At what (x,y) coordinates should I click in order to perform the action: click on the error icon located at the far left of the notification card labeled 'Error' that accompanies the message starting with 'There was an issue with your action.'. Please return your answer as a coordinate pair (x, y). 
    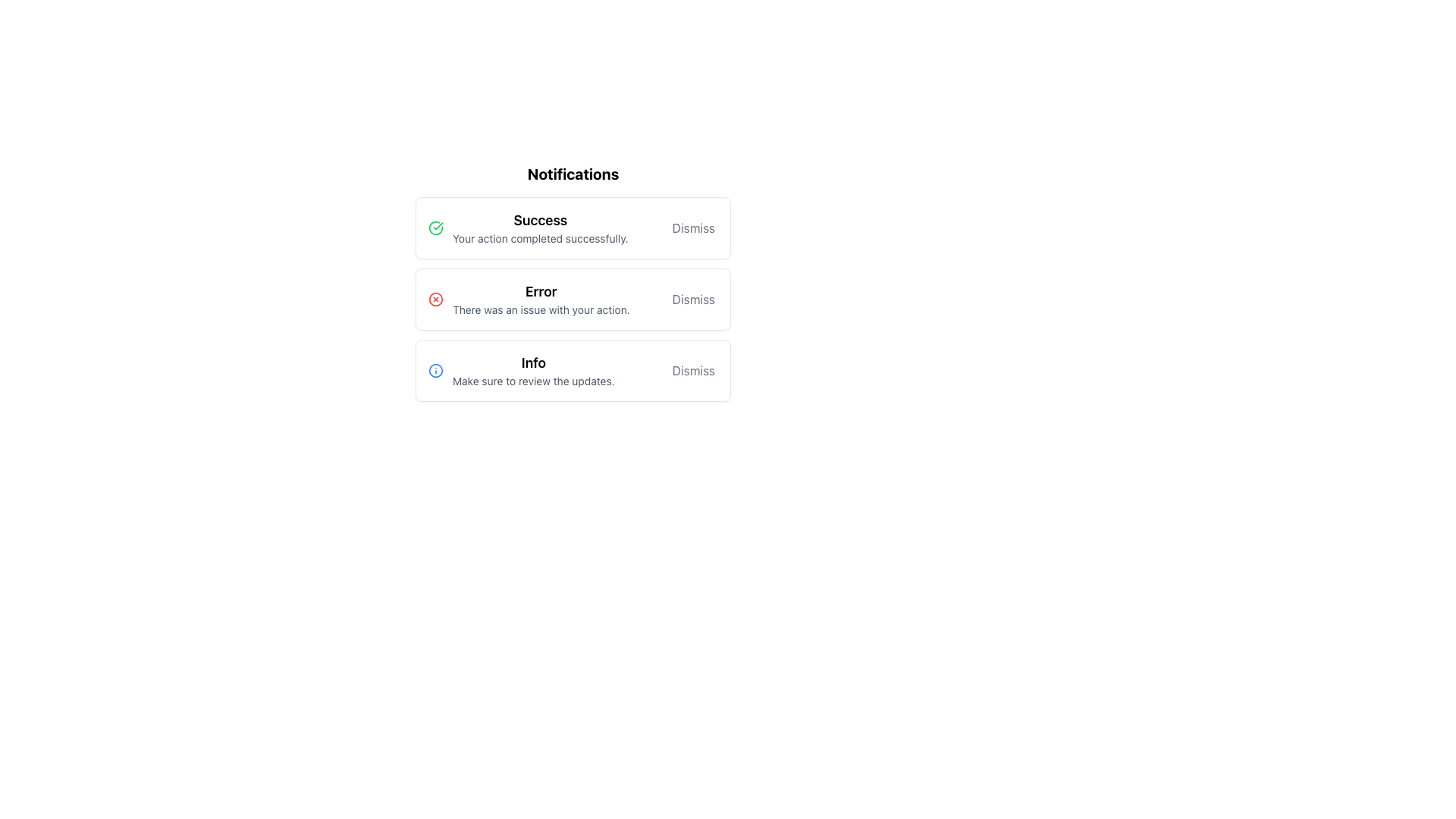
    Looking at the image, I should click on (435, 299).